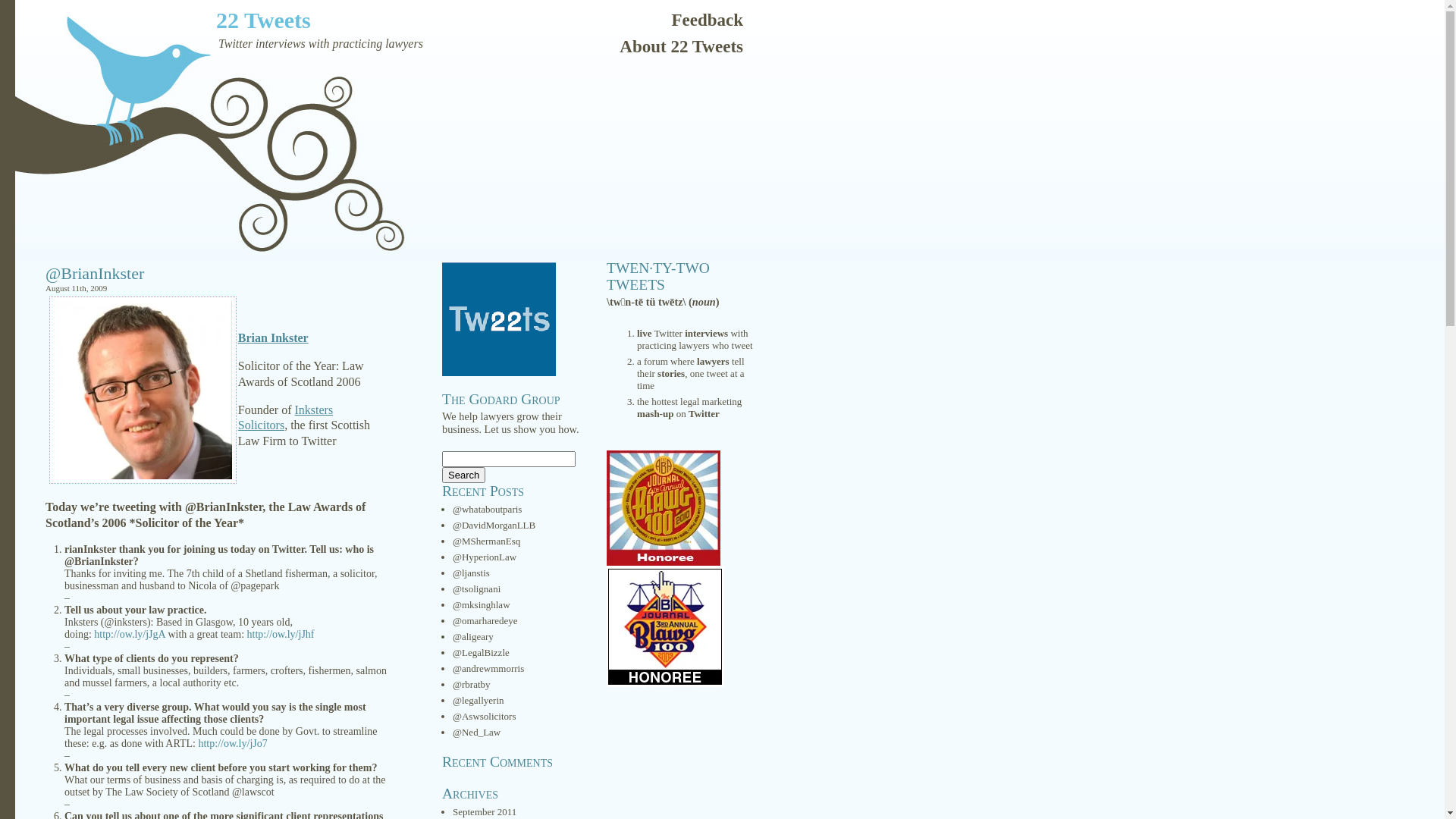 This screenshot has height=819, width=1456. What do you see at coordinates (680, 41) in the screenshot?
I see `'About 22 Tweets'` at bounding box center [680, 41].